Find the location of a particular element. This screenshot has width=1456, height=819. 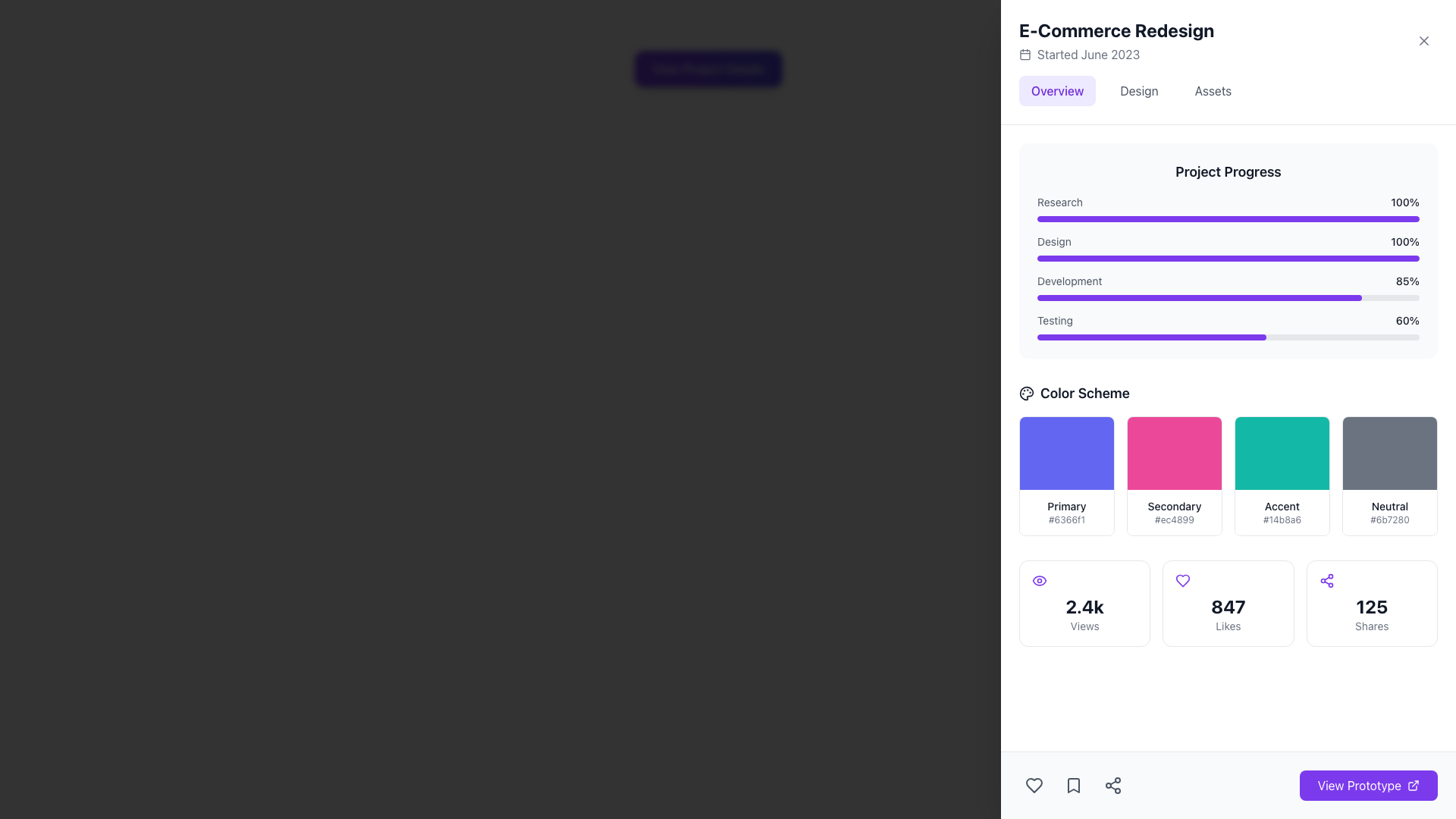

label 'Research' and the percentage '100%' from the fully filled purple progress bar, which is the first item under the 'Project Progress' header is located at coordinates (1228, 208).